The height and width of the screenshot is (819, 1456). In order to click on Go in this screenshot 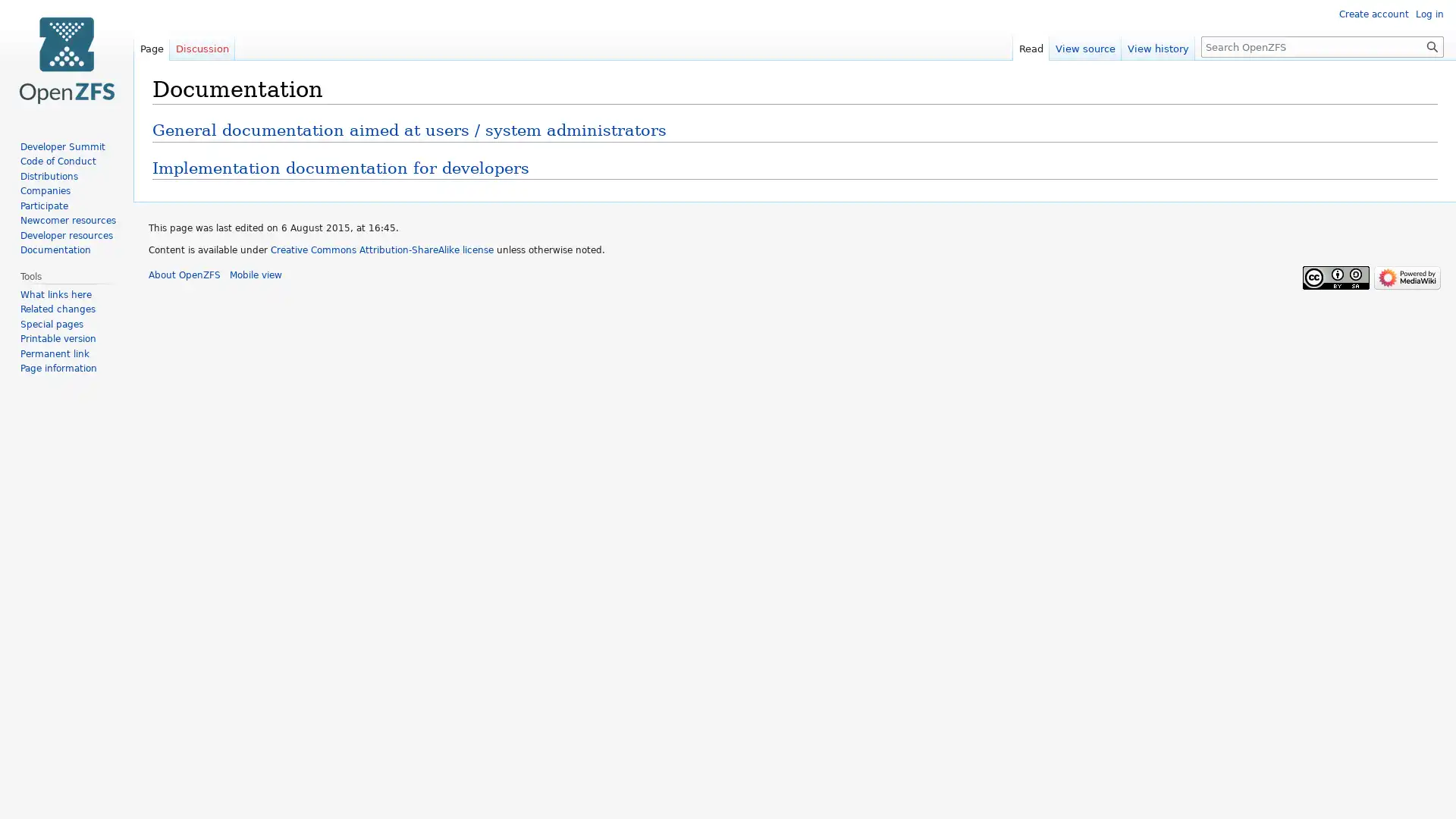, I will do `click(1432, 45)`.